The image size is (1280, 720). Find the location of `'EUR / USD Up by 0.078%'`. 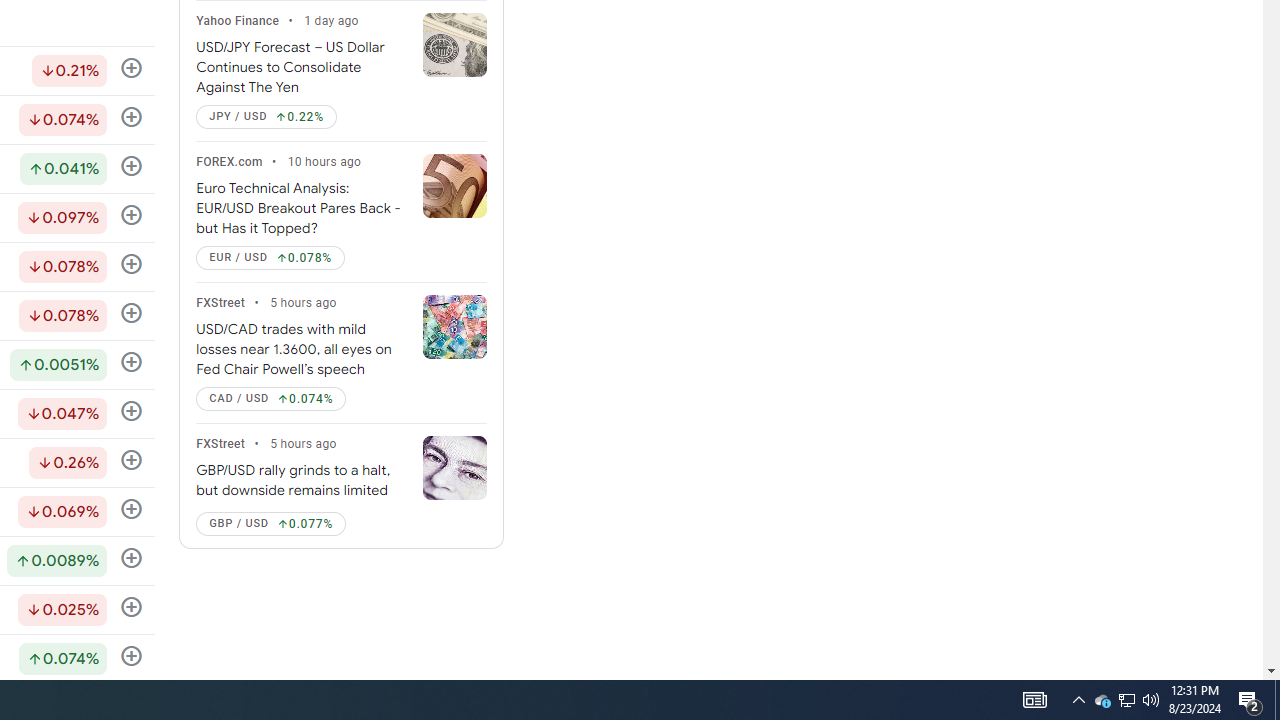

'EUR / USD Up by 0.078%' is located at coordinates (269, 257).